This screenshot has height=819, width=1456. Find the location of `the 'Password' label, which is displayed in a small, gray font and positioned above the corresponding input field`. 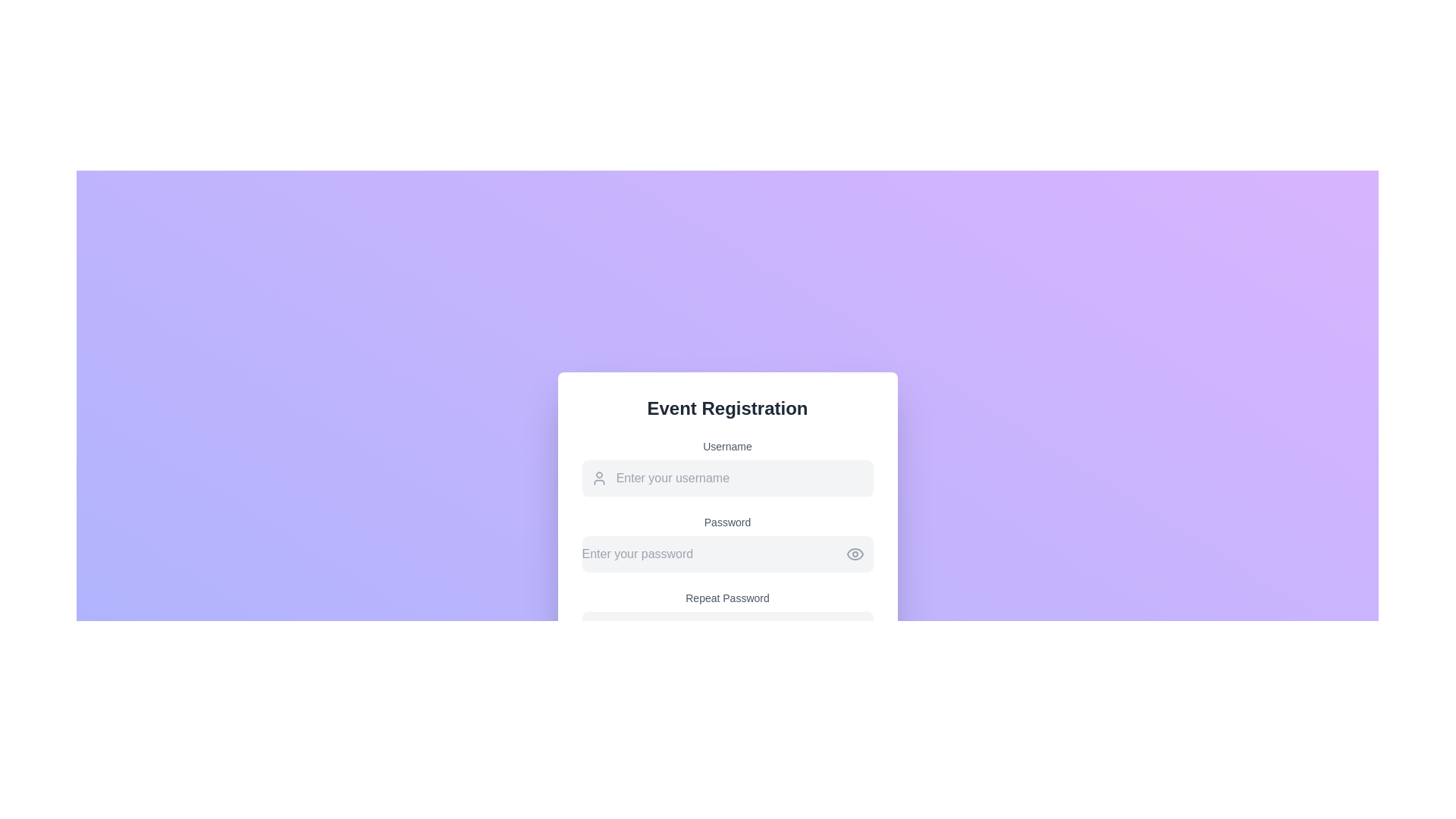

the 'Password' label, which is displayed in a small, gray font and positioned above the corresponding input field is located at coordinates (726, 522).